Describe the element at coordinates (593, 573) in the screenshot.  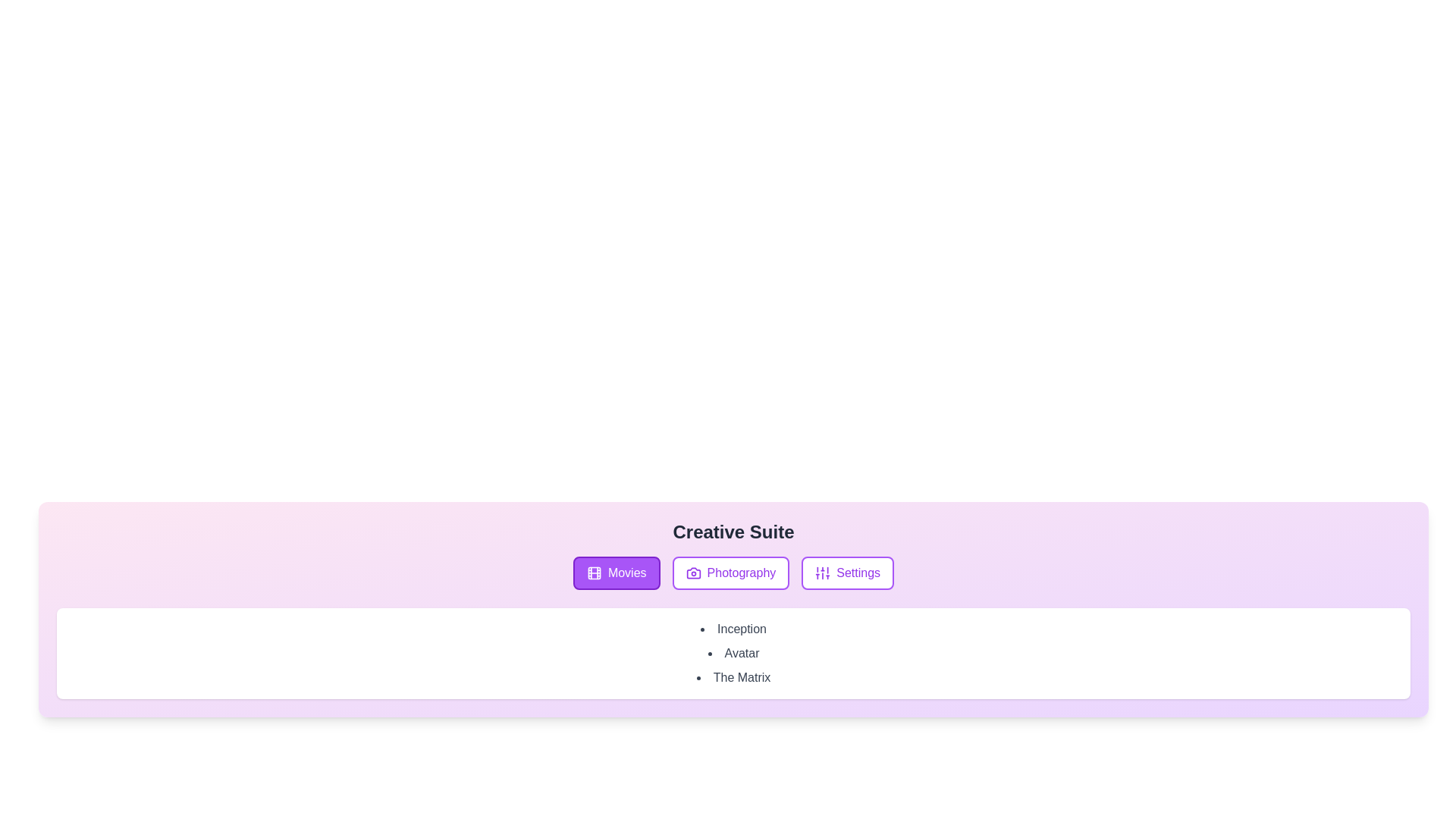
I see `the 'Movies' icon located next to the 'Movies' button in the top-left position of the button bar` at that location.